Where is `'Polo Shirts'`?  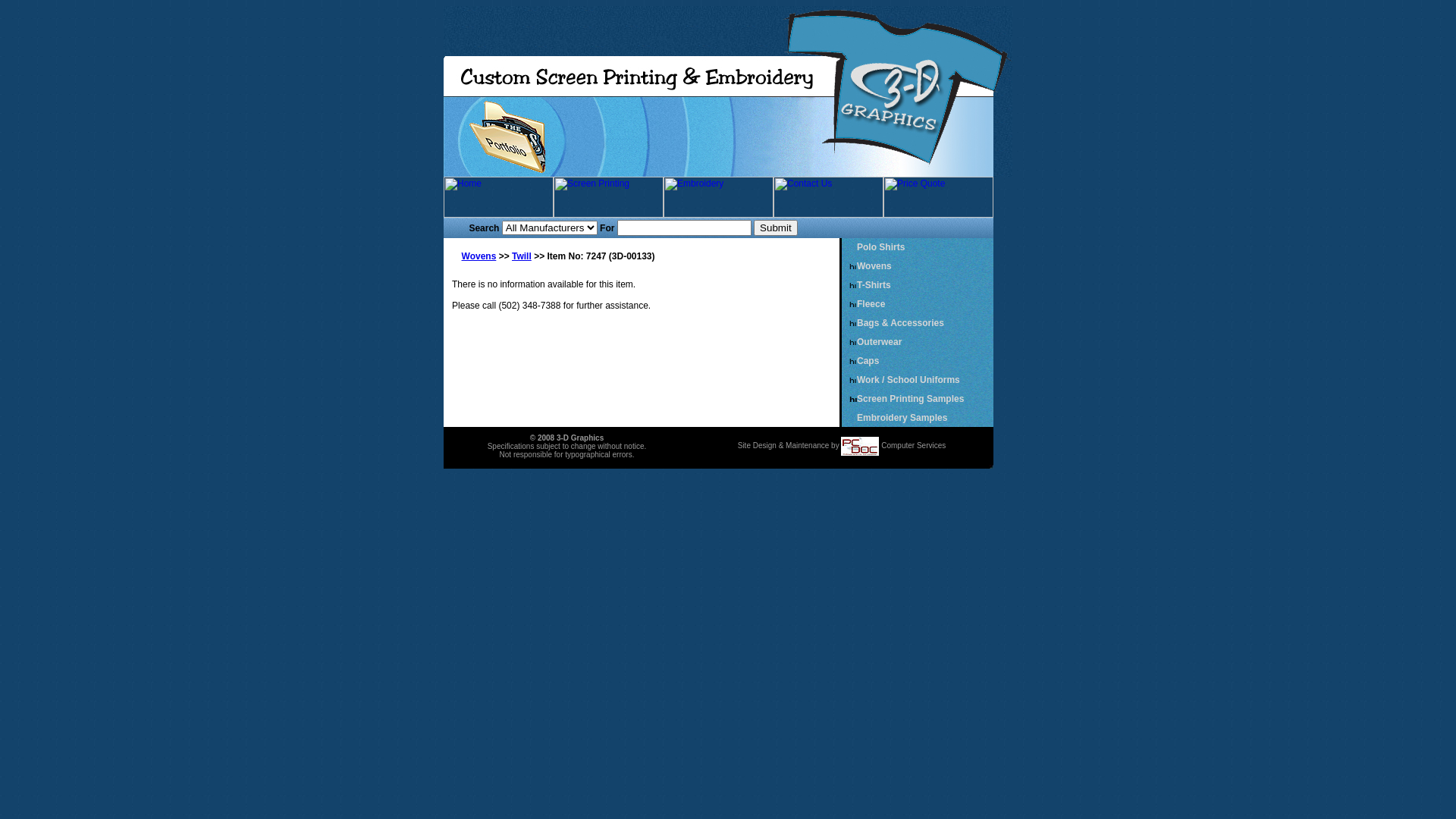 'Polo Shirts' is located at coordinates (880, 246).